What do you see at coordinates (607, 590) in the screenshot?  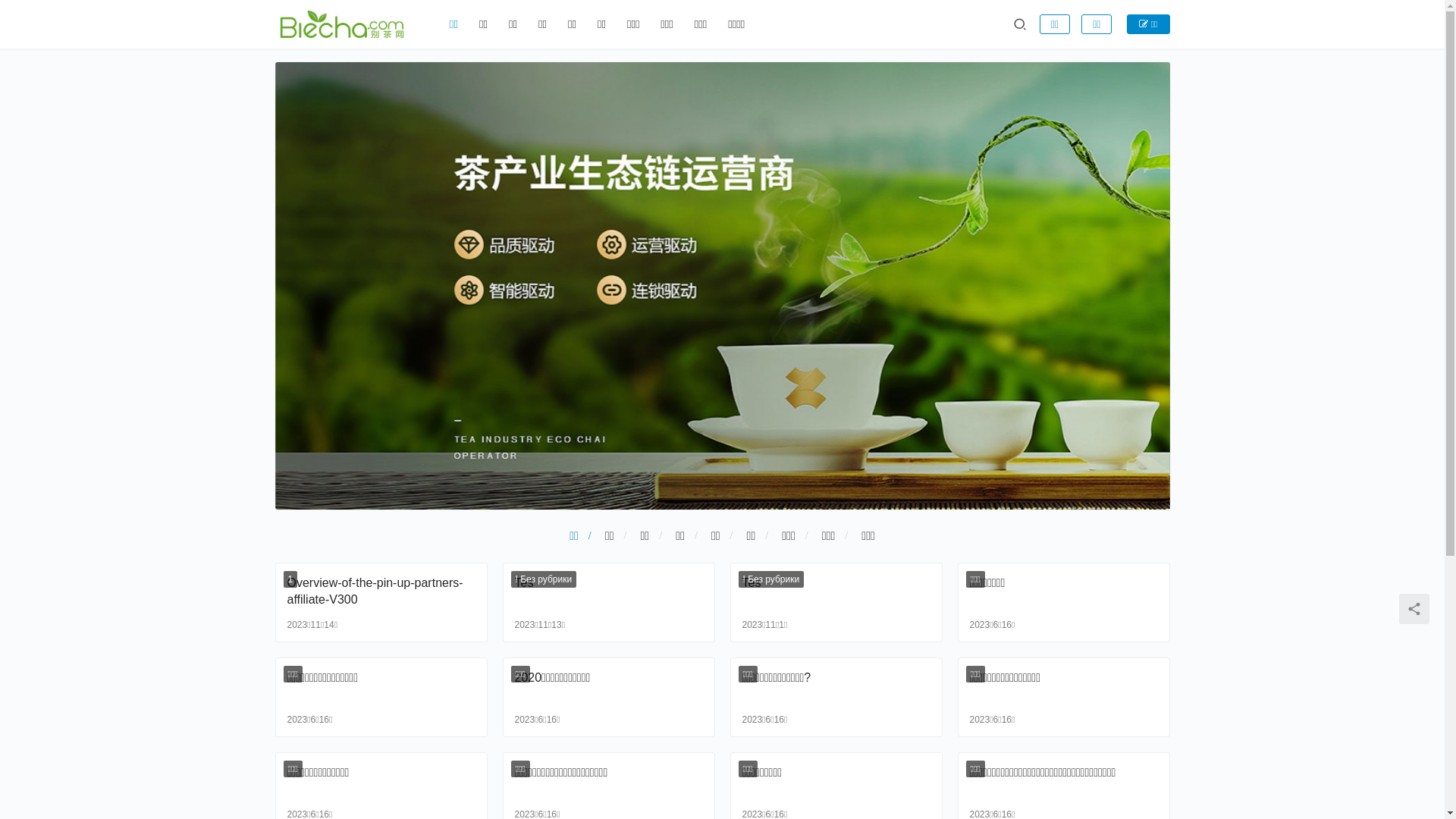 I see `'Tes'` at bounding box center [607, 590].